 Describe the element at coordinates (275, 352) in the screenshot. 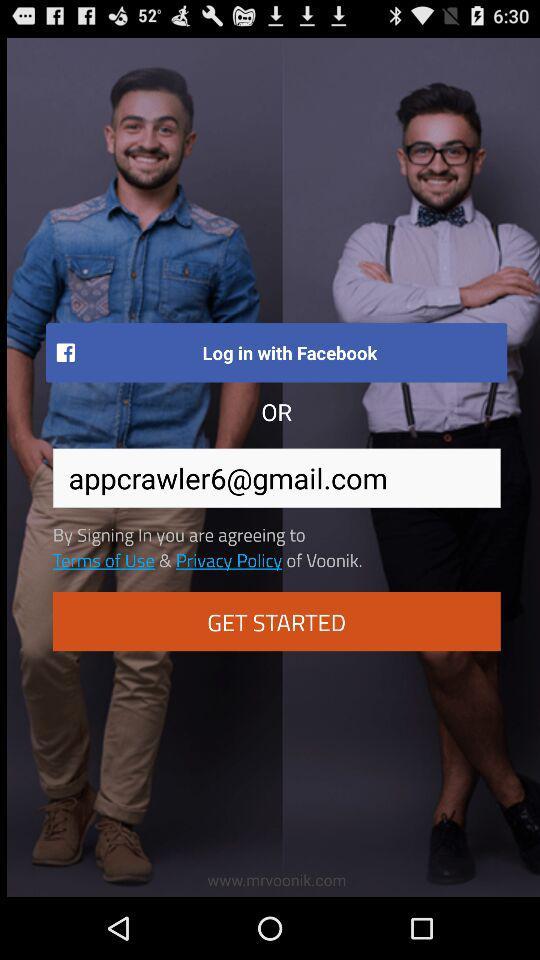

I see `the item above or icon` at that location.